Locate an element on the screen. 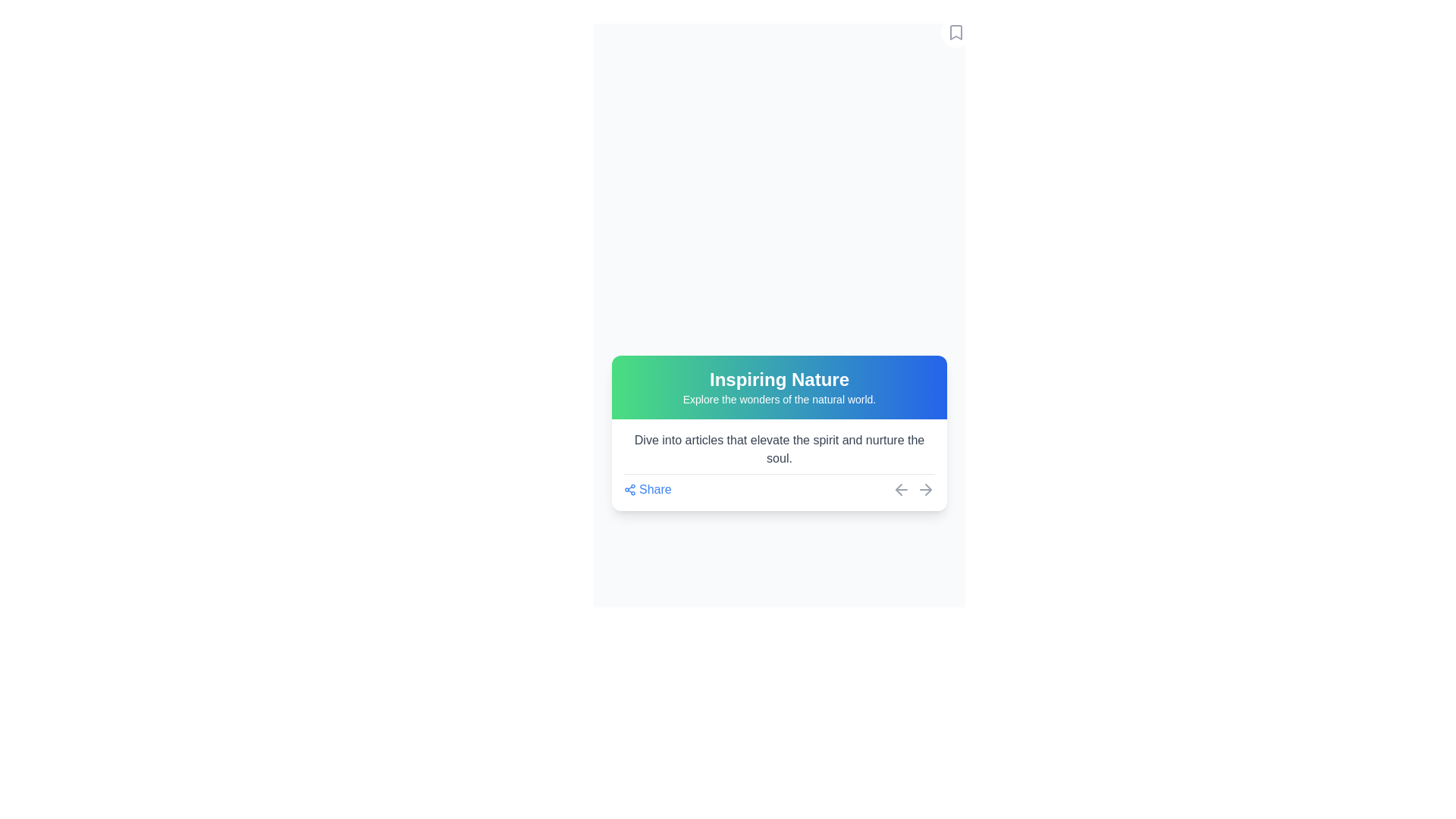 The image size is (1456, 819). the bookmark icon located in the top-right corner of the interface is located at coordinates (955, 32).